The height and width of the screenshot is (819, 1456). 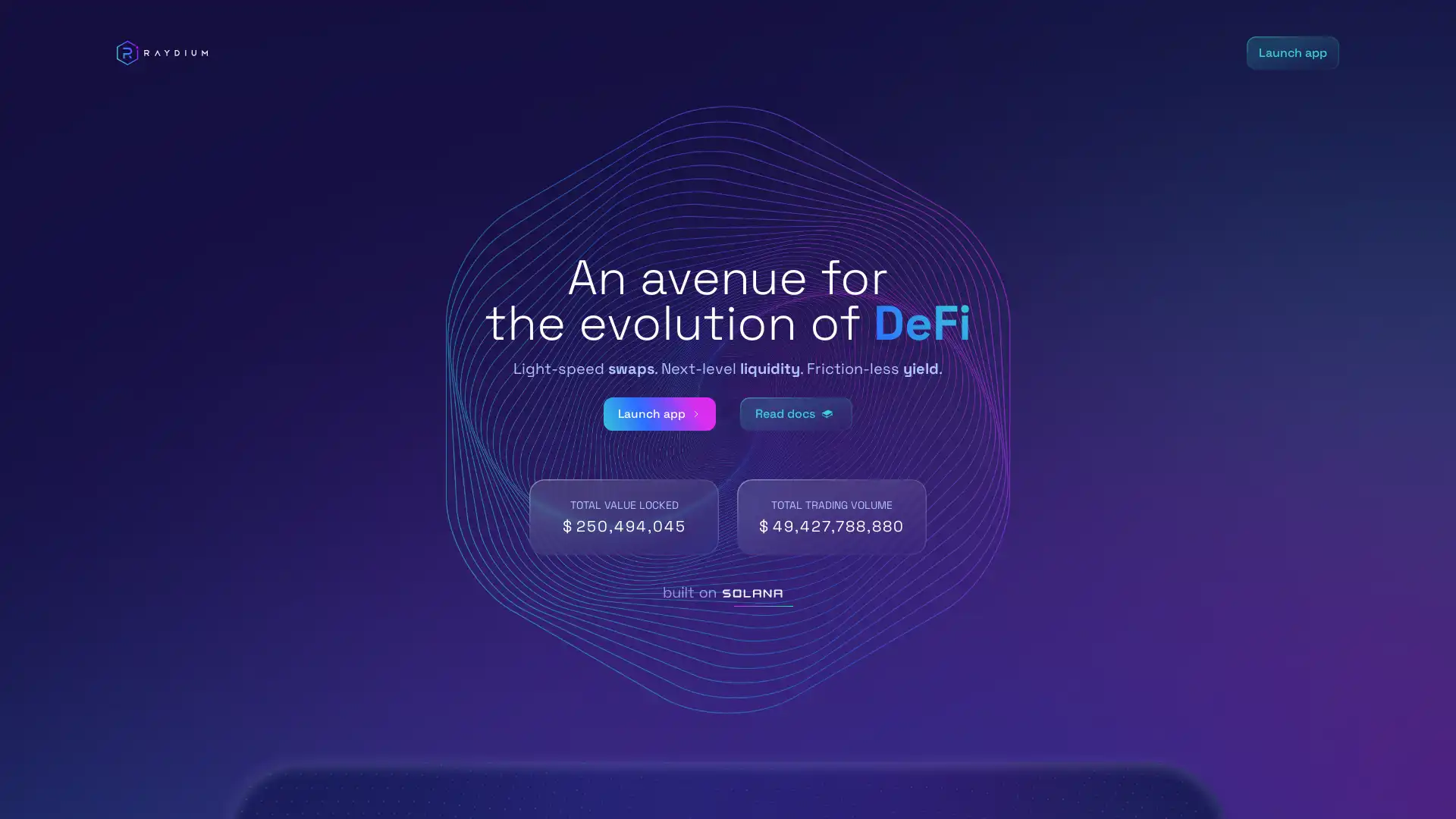 What do you see at coordinates (796, 414) in the screenshot?
I see `Read docs gitbook` at bounding box center [796, 414].